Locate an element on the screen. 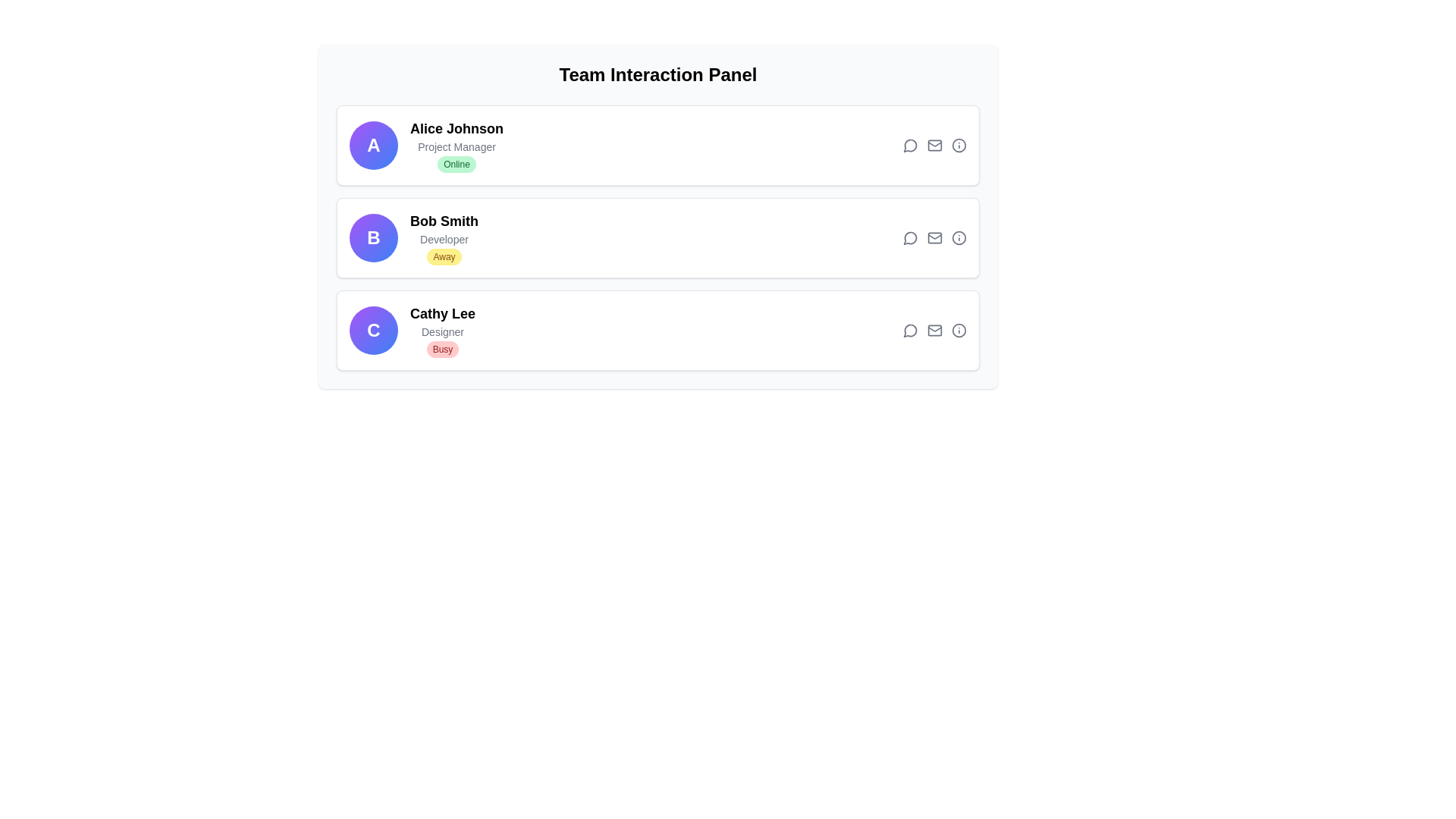 The height and width of the screenshot is (819, 1456). the third icon button with a circular border representing additional information for Cathy Lee's profile is located at coordinates (959, 329).